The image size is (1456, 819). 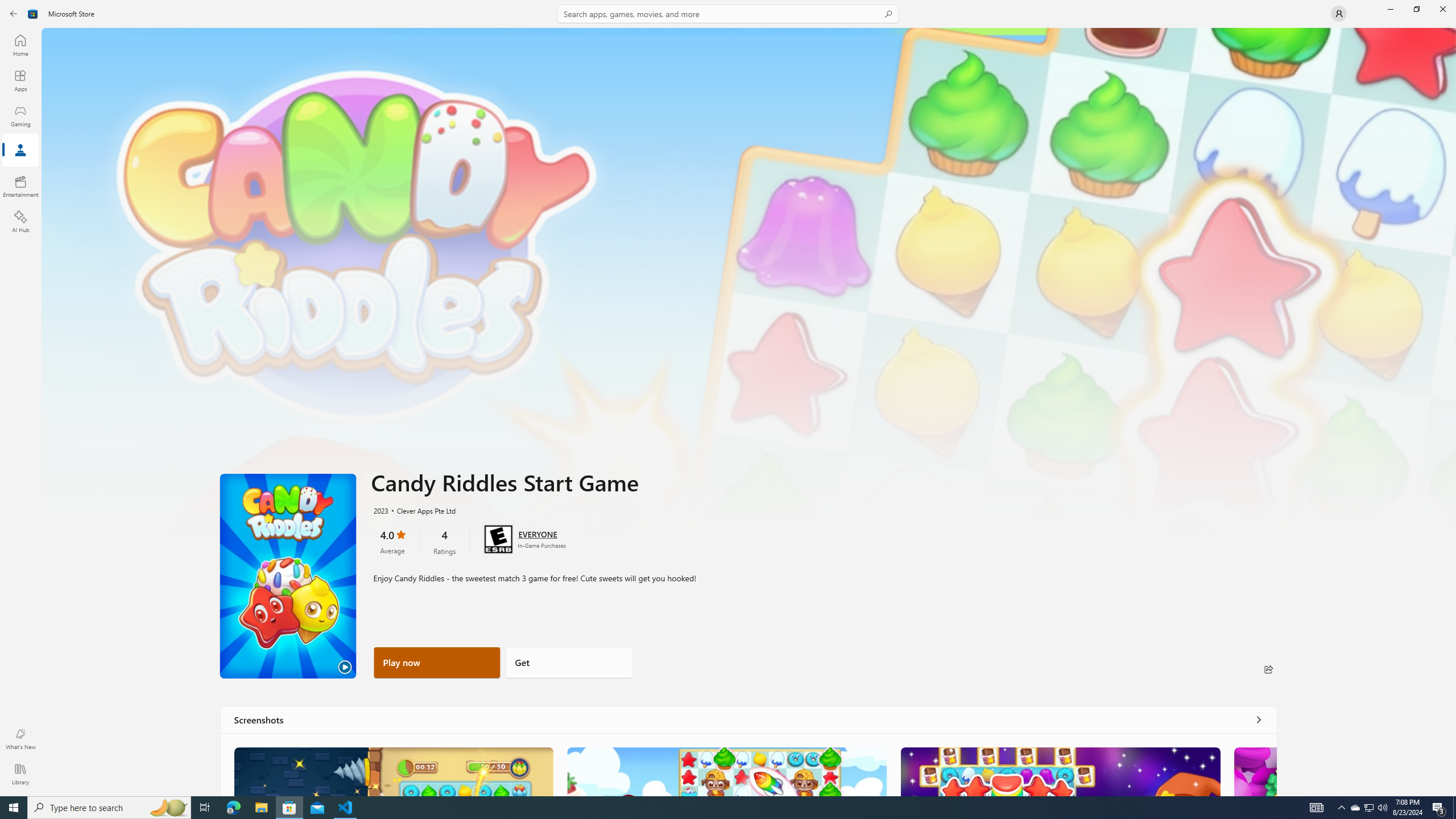 I want to click on 'Clever Apps Pte Ltd', so click(x=420, y=510).